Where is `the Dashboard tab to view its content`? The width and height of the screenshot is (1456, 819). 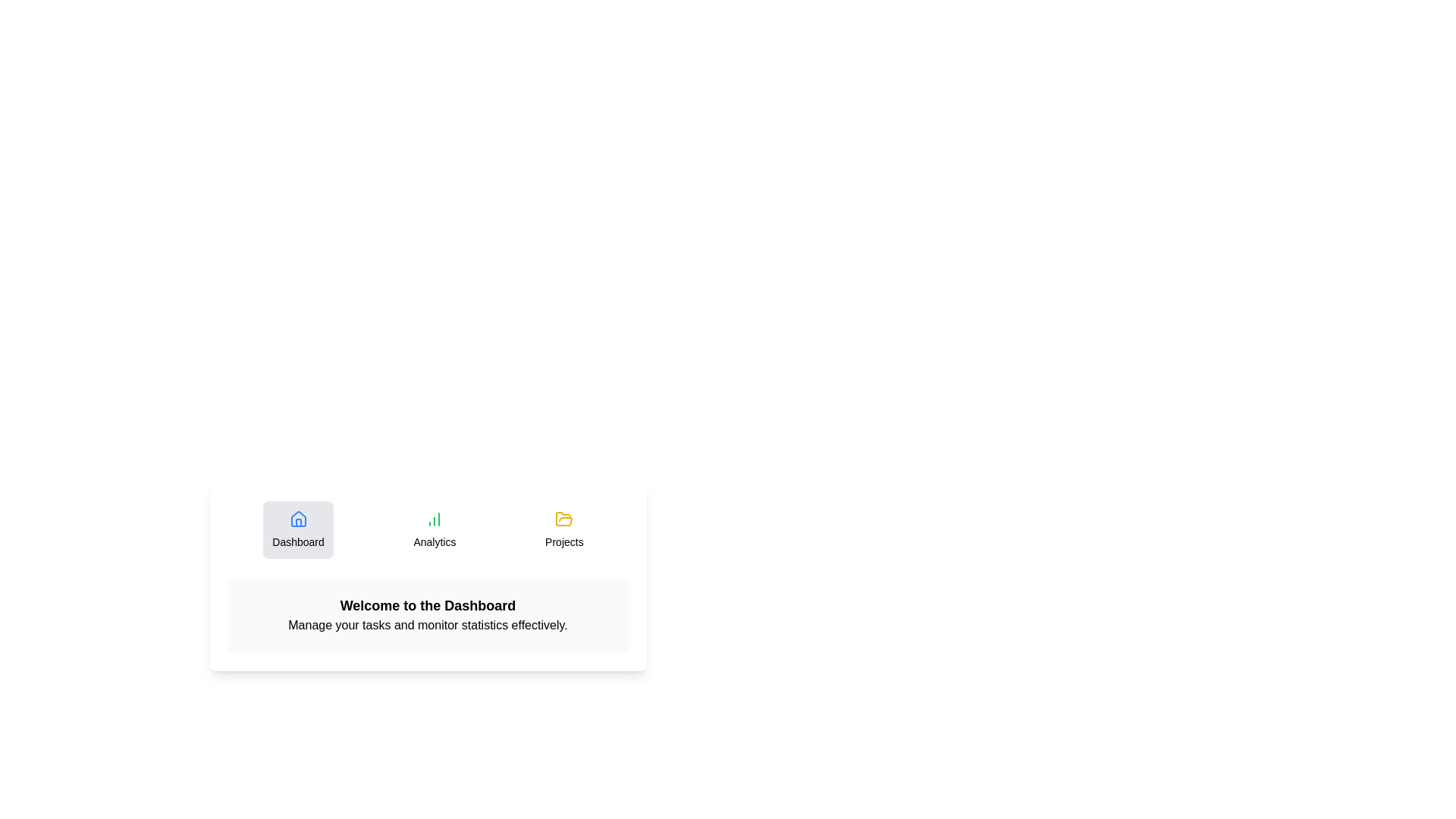
the Dashboard tab to view its content is located at coordinates (298, 529).